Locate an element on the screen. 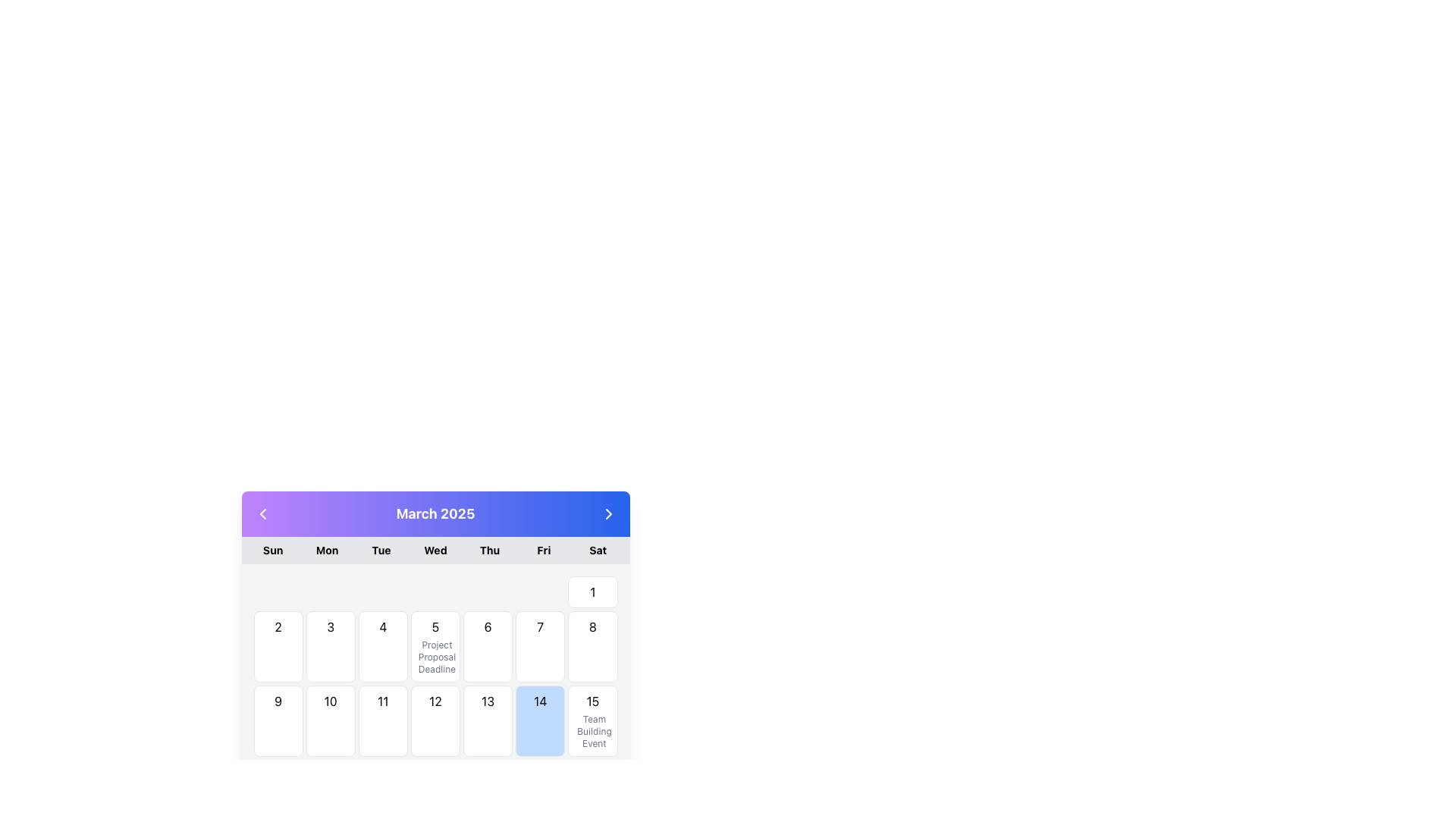 This screenshot has height=819, width=1456. the bold text label displaying 'Tue', which is the third day abbreviation in the header of the calendar interface is located at coordinates (381, 550).